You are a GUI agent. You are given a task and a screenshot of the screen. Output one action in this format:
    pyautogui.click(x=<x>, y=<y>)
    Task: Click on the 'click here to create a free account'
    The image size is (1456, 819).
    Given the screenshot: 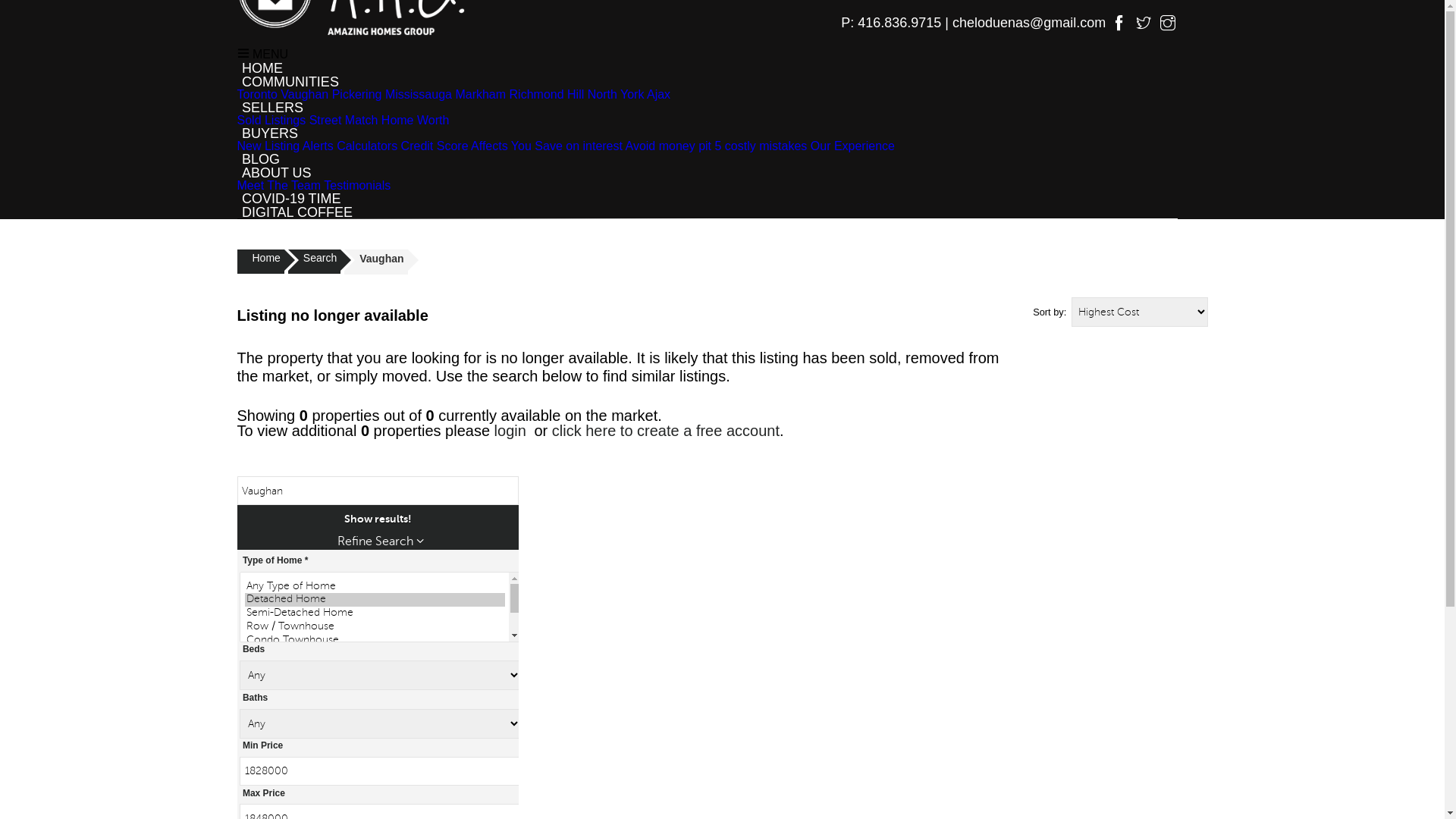 What is the action you would take?
    pyautogui.click(x=666, y=430)
    